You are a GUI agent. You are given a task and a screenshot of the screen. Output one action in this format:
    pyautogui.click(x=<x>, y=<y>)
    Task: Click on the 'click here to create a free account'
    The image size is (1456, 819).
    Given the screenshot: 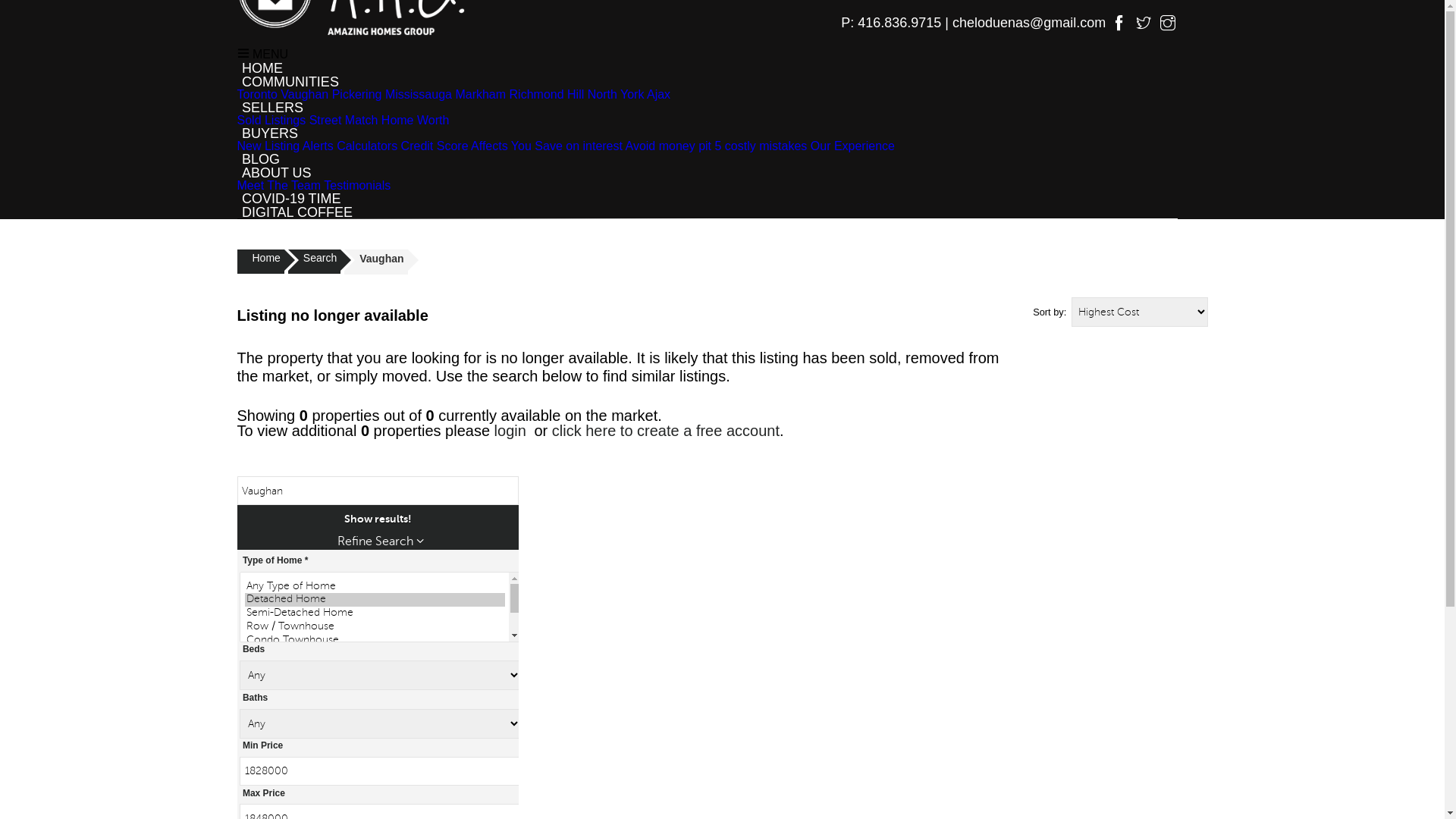 What is the action you would take?
    pyautogui.click(x=666, y=430)
    